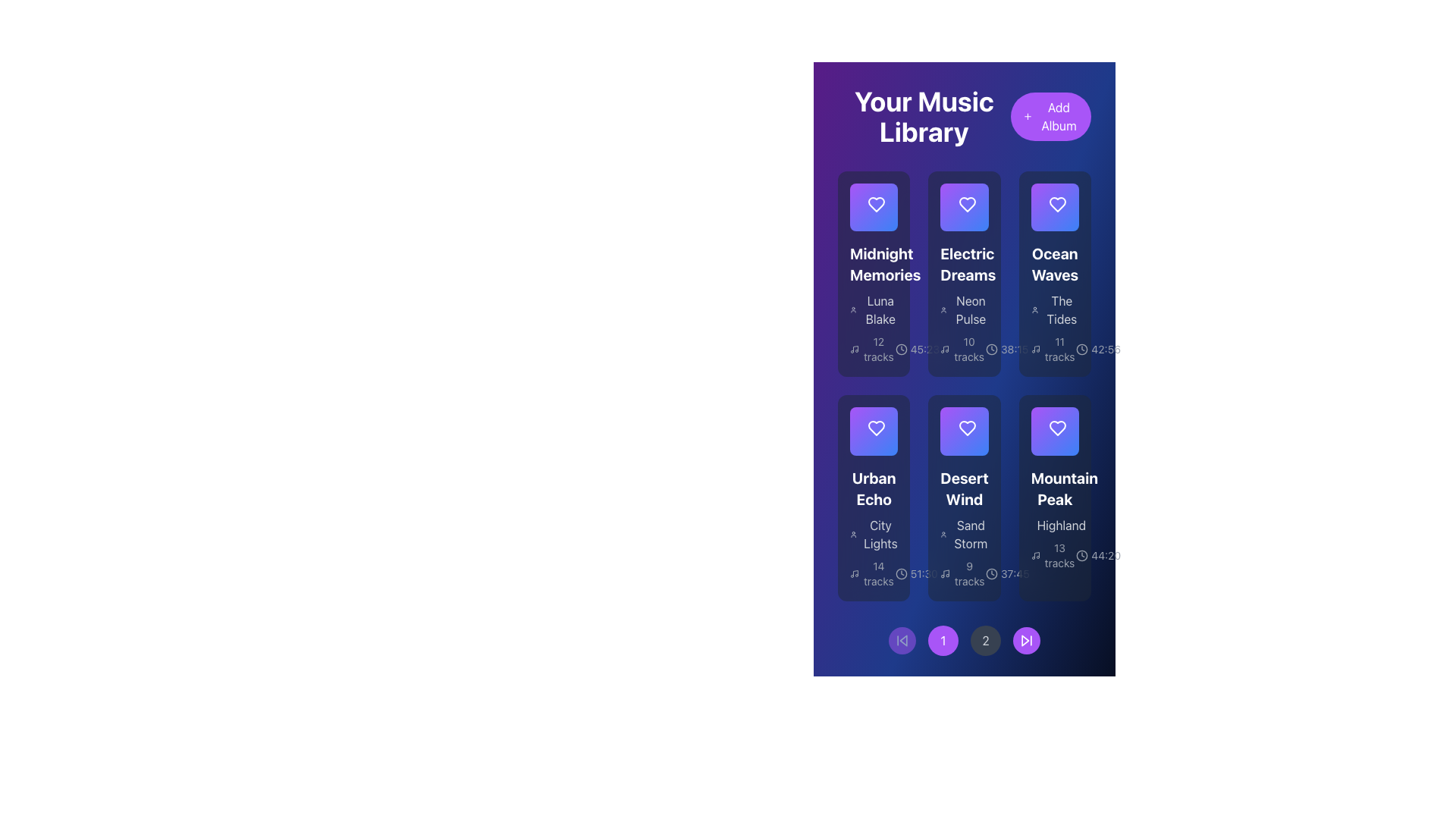 Image resolution: width=1456 pixels, height=819 pixels. I want to click on the text label 'The Tides' that is part of the 'Ocean Waves' section in the 'Your Music Library' interface, which features a user silhouette icon to its left, so click(1054, 309).